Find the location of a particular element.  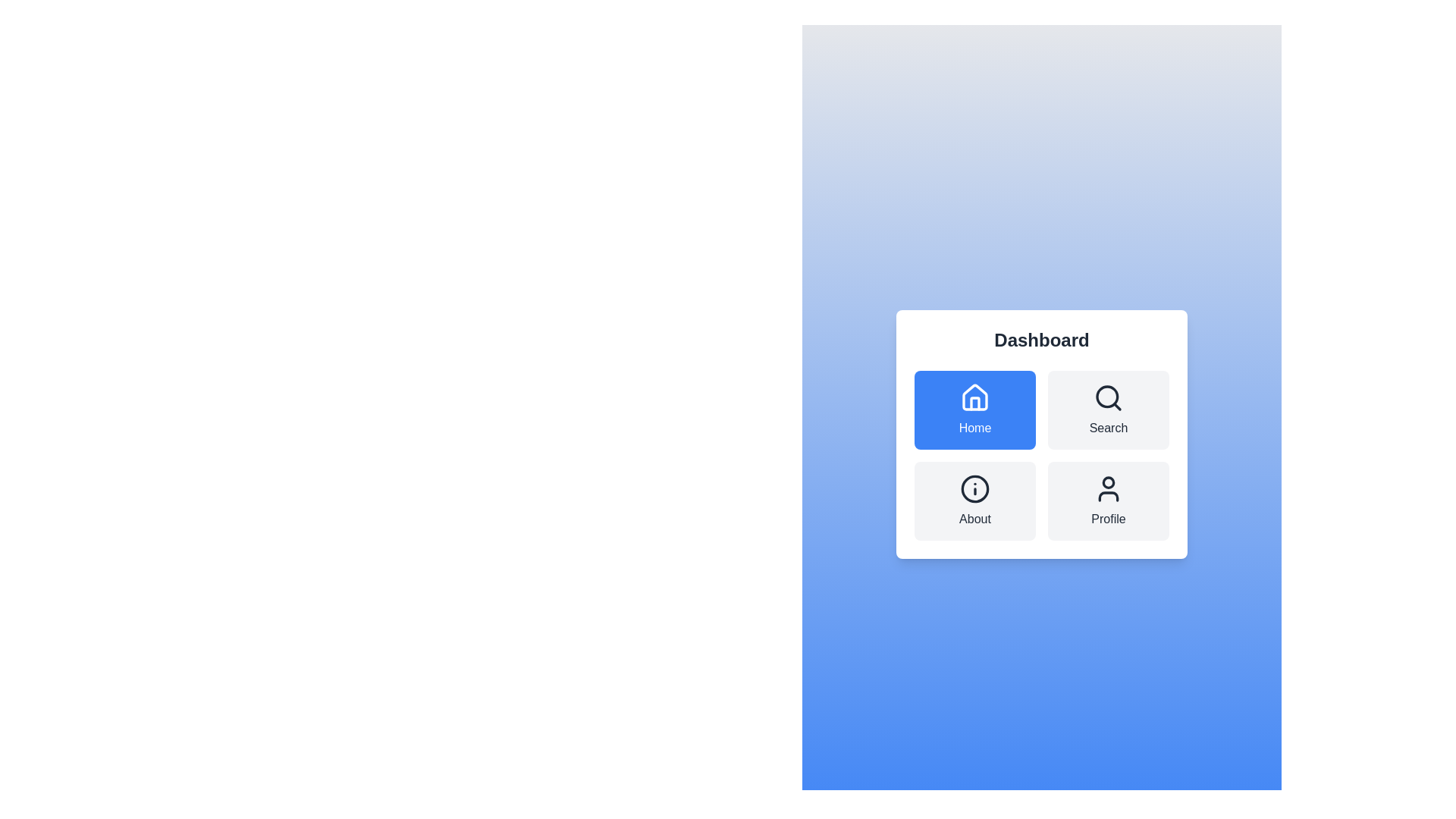

the search button located in the grid layout under the 'Dashboard' header, which is the second item in the top row to the right of the 'Home' element is located at coordinates (1109, 409).